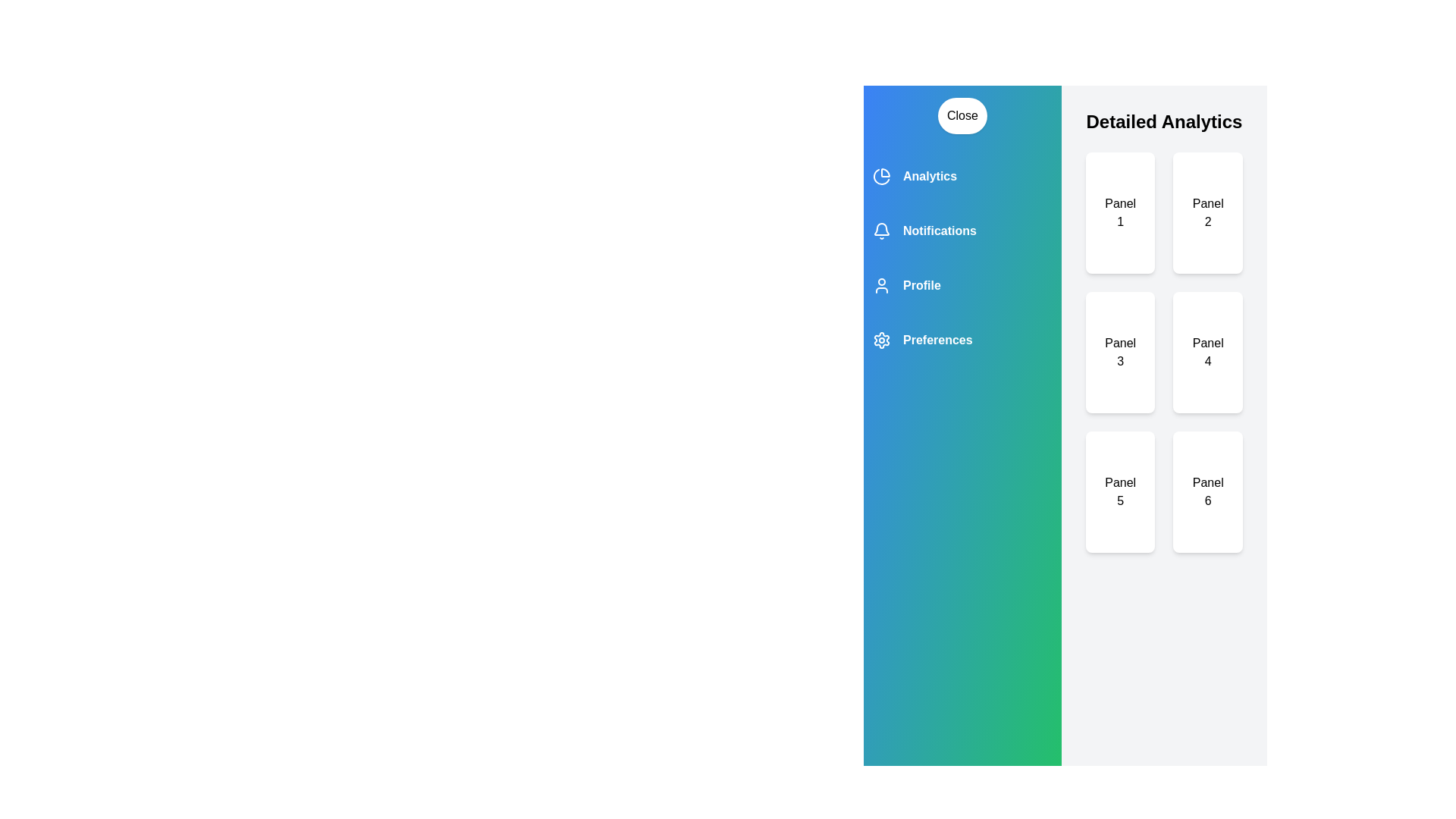 This screenshot has height=819, width=1456. What do you see at coordinates (1163, 121) in the screenshot?
I see `the 'Detailed Analytics' section to focus on it` at bounding box center [1163, 121].